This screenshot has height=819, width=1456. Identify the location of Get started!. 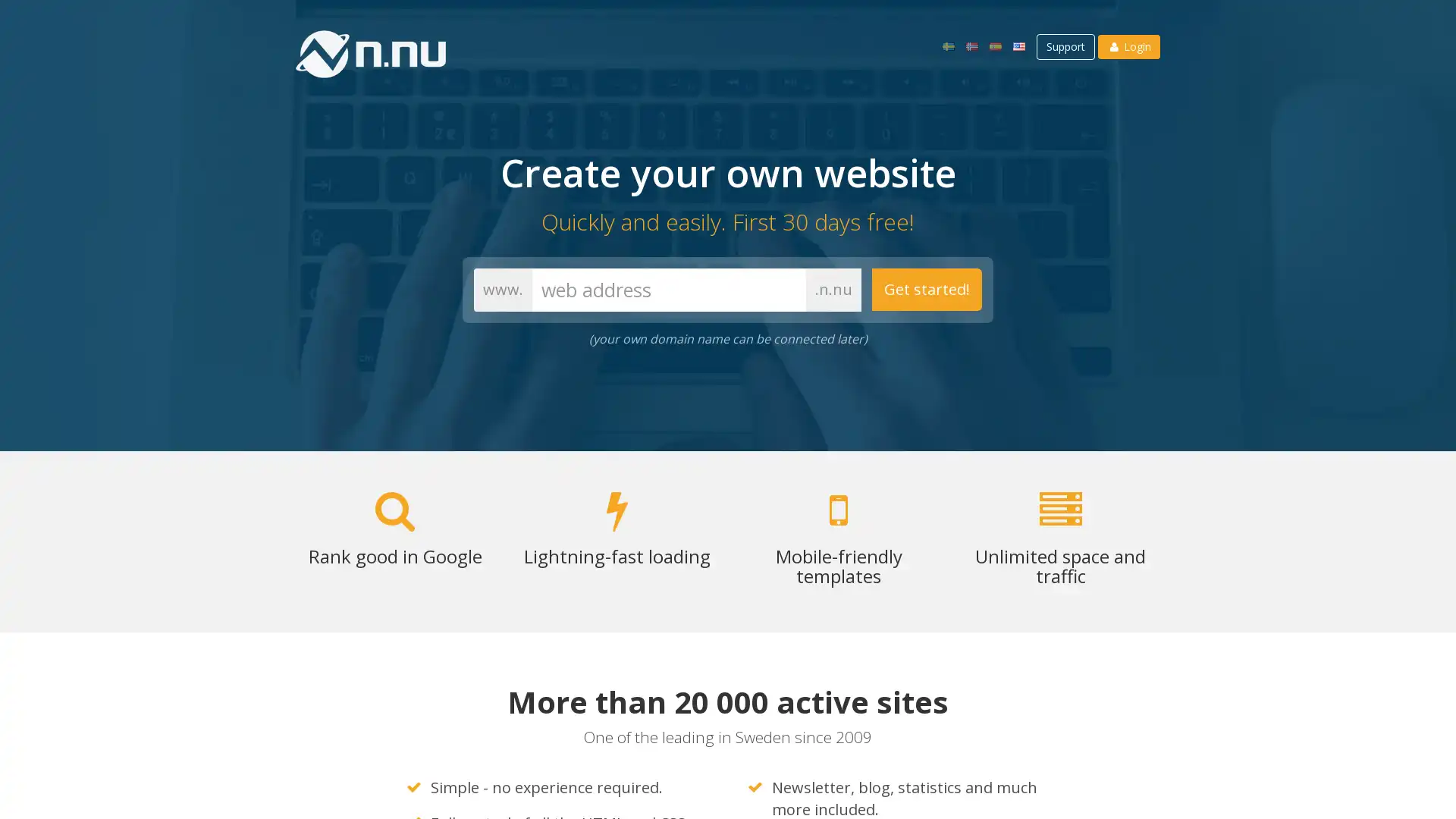
(926, 289).